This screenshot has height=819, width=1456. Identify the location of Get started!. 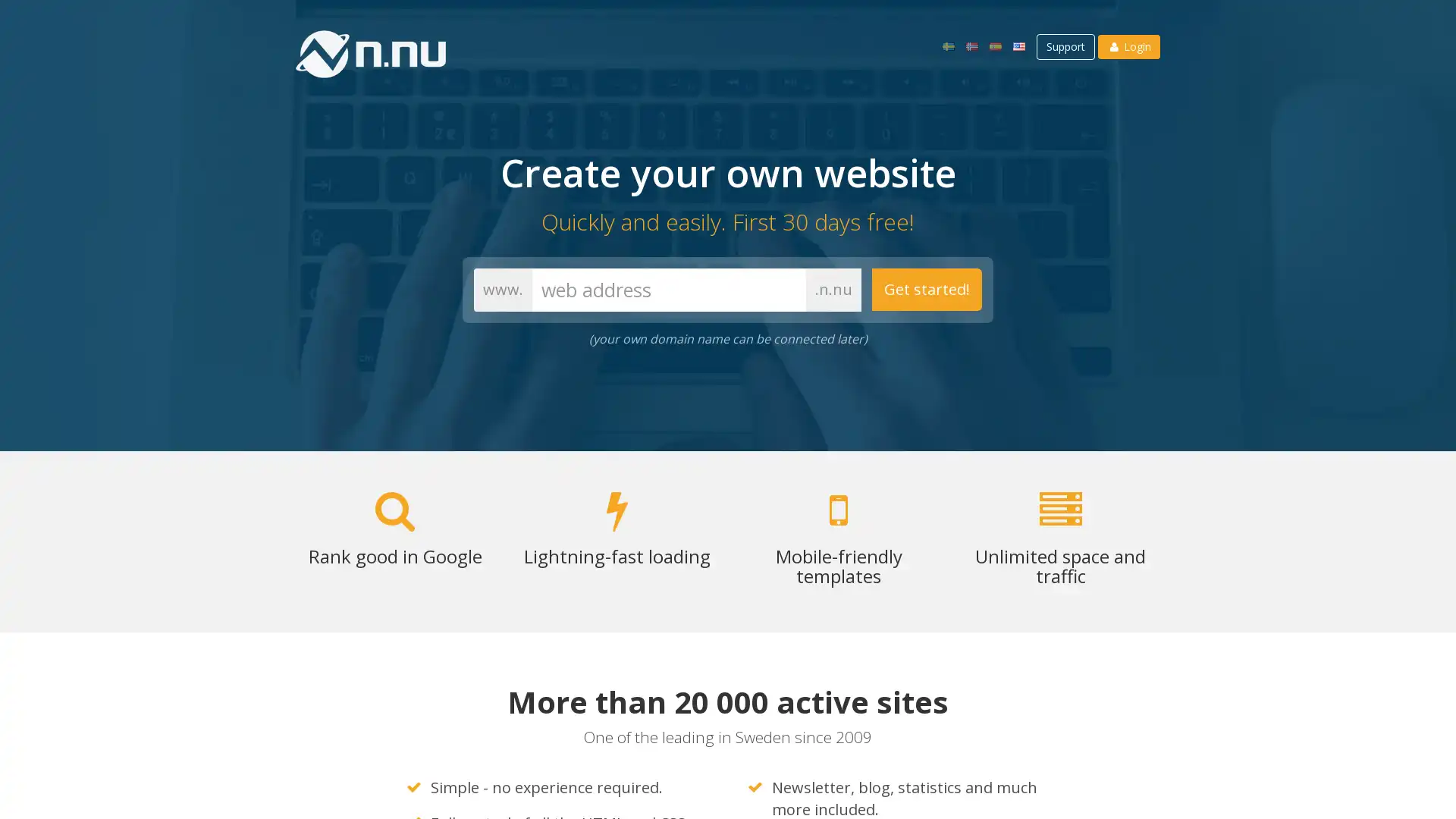
(926, 289).